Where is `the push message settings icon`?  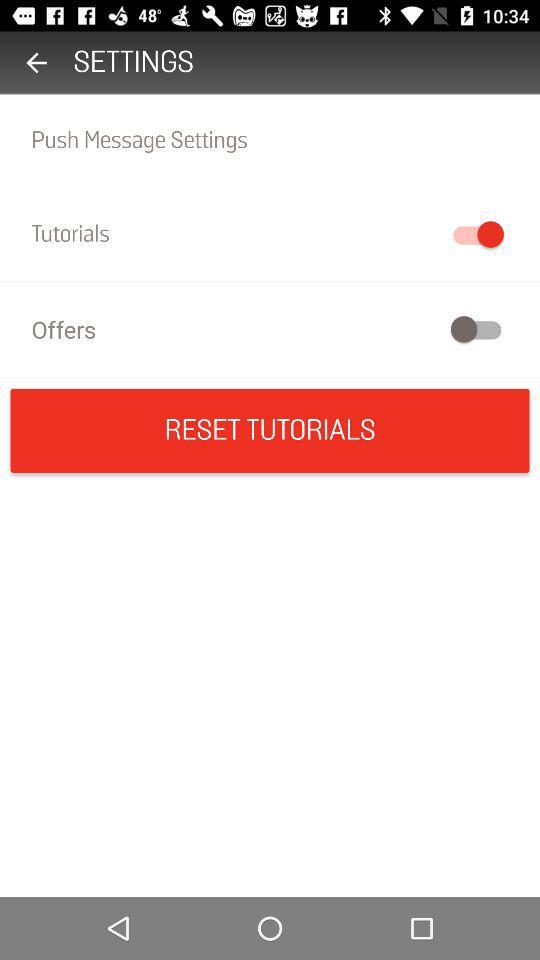
the push message settings icon is located at coordinates (270, 139).